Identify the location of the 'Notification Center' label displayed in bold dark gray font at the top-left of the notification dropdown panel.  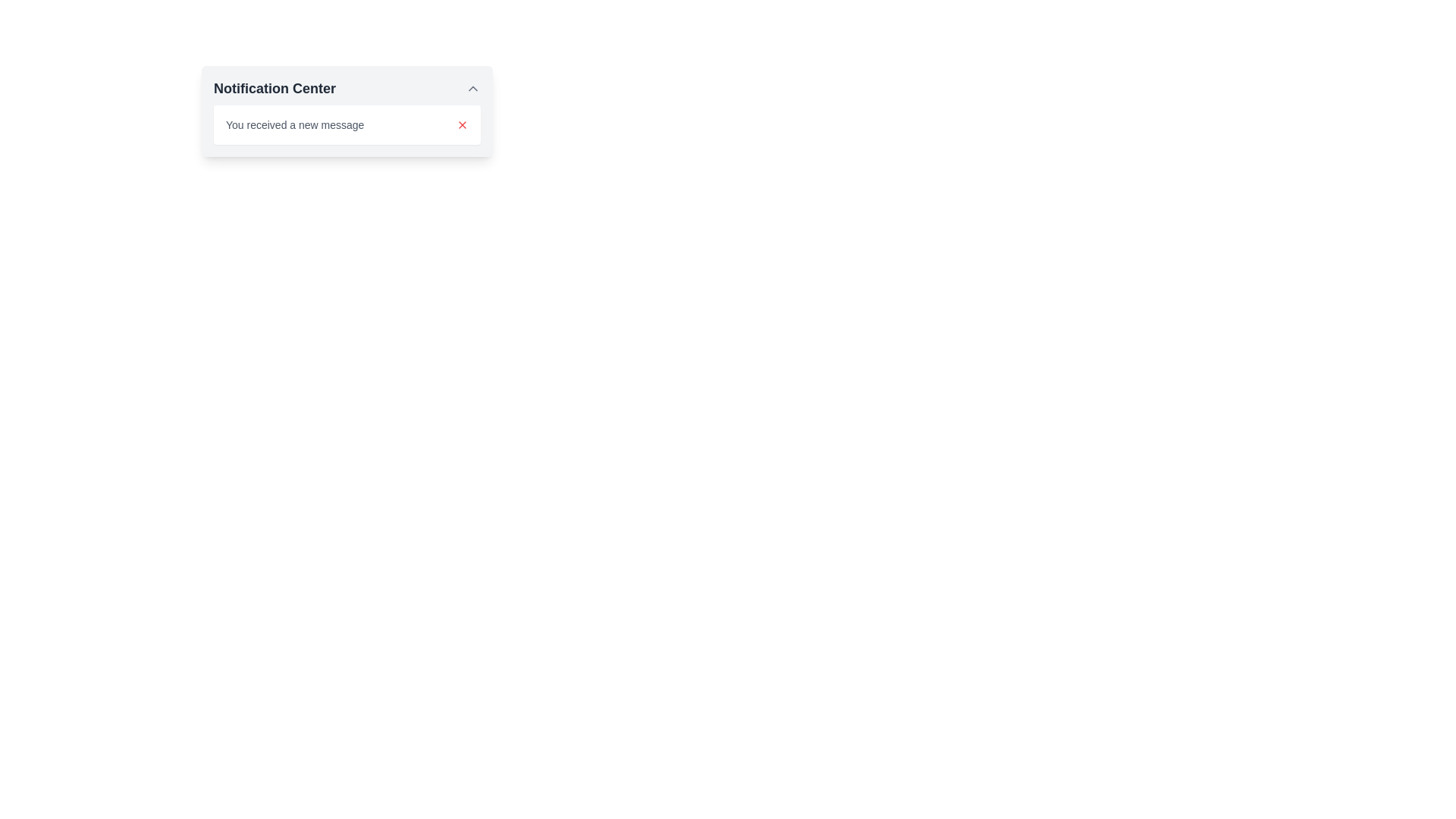
(275, 88).